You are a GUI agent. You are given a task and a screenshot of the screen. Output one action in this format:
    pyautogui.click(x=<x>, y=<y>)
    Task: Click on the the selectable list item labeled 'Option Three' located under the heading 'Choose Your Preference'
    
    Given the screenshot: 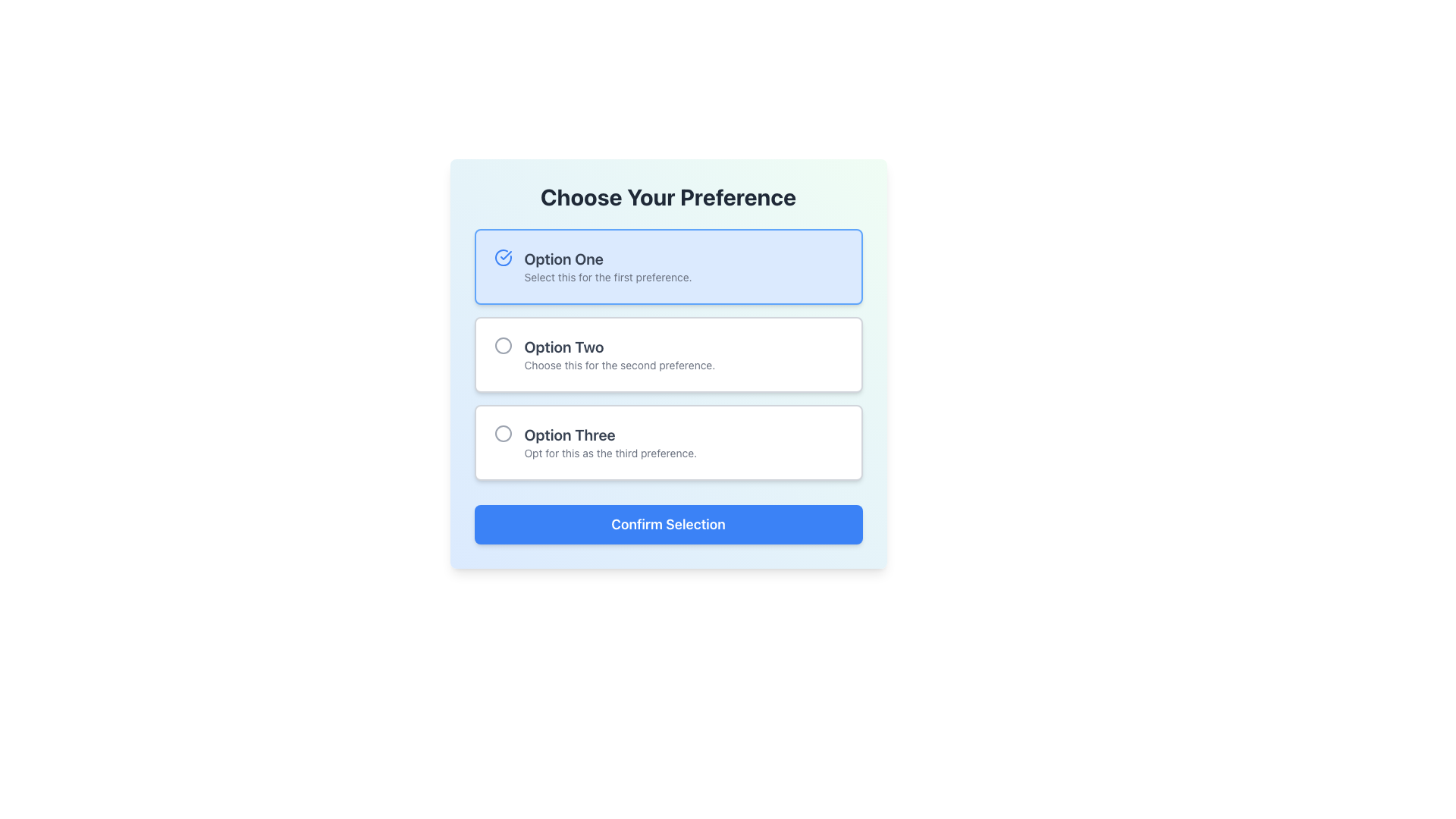 What is the action you would take?
    pyautogui.click(x=667, y=442)
    